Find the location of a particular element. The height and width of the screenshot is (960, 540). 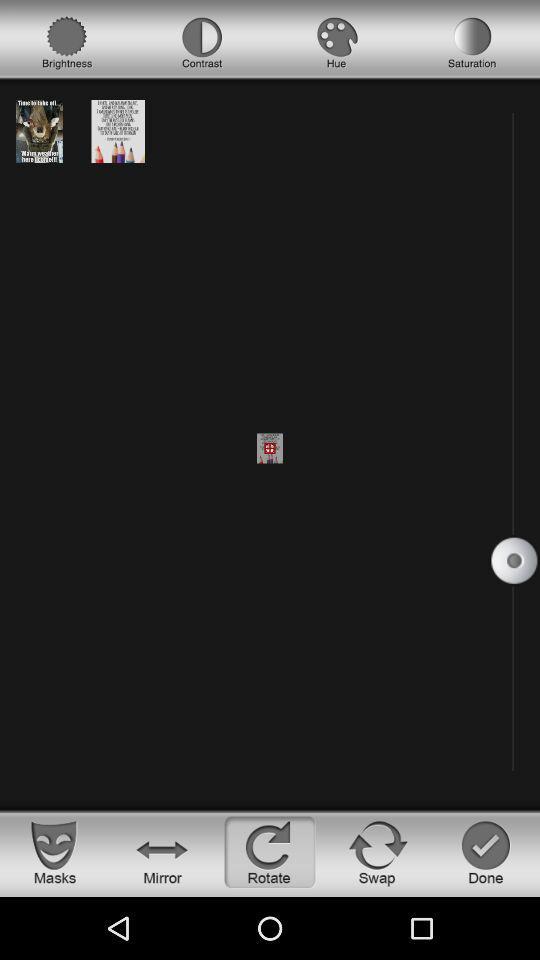

a option brightness which is on the top right corner of page is located at coordinates (67, 42).